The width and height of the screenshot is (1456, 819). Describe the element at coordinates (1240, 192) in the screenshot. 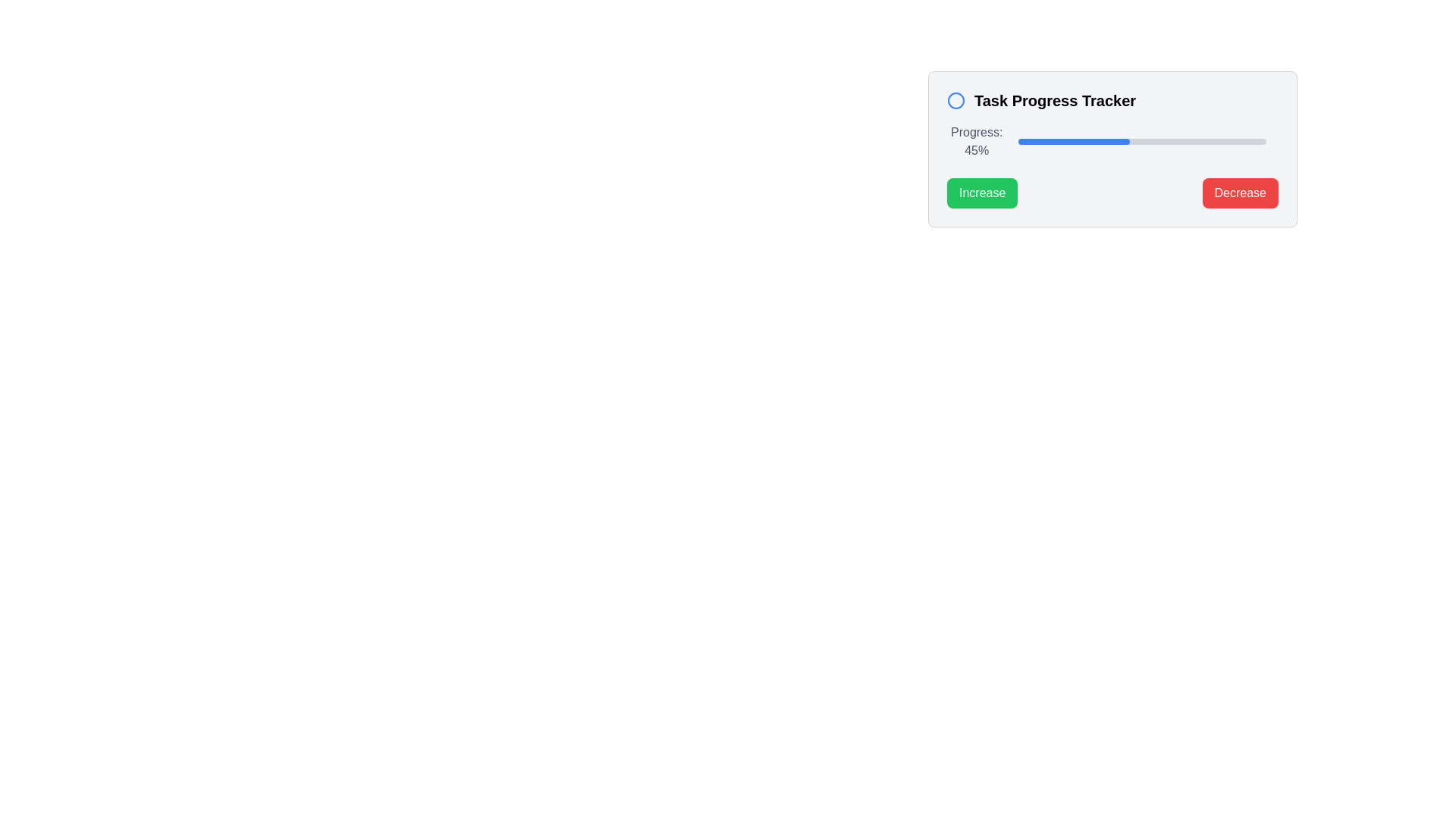

I see `the 'Decrease' button, which is a red rectangular button with white text, styled with rounded corners and located to the right of the 'Increase' button within a task progress tracker panel` at that location.